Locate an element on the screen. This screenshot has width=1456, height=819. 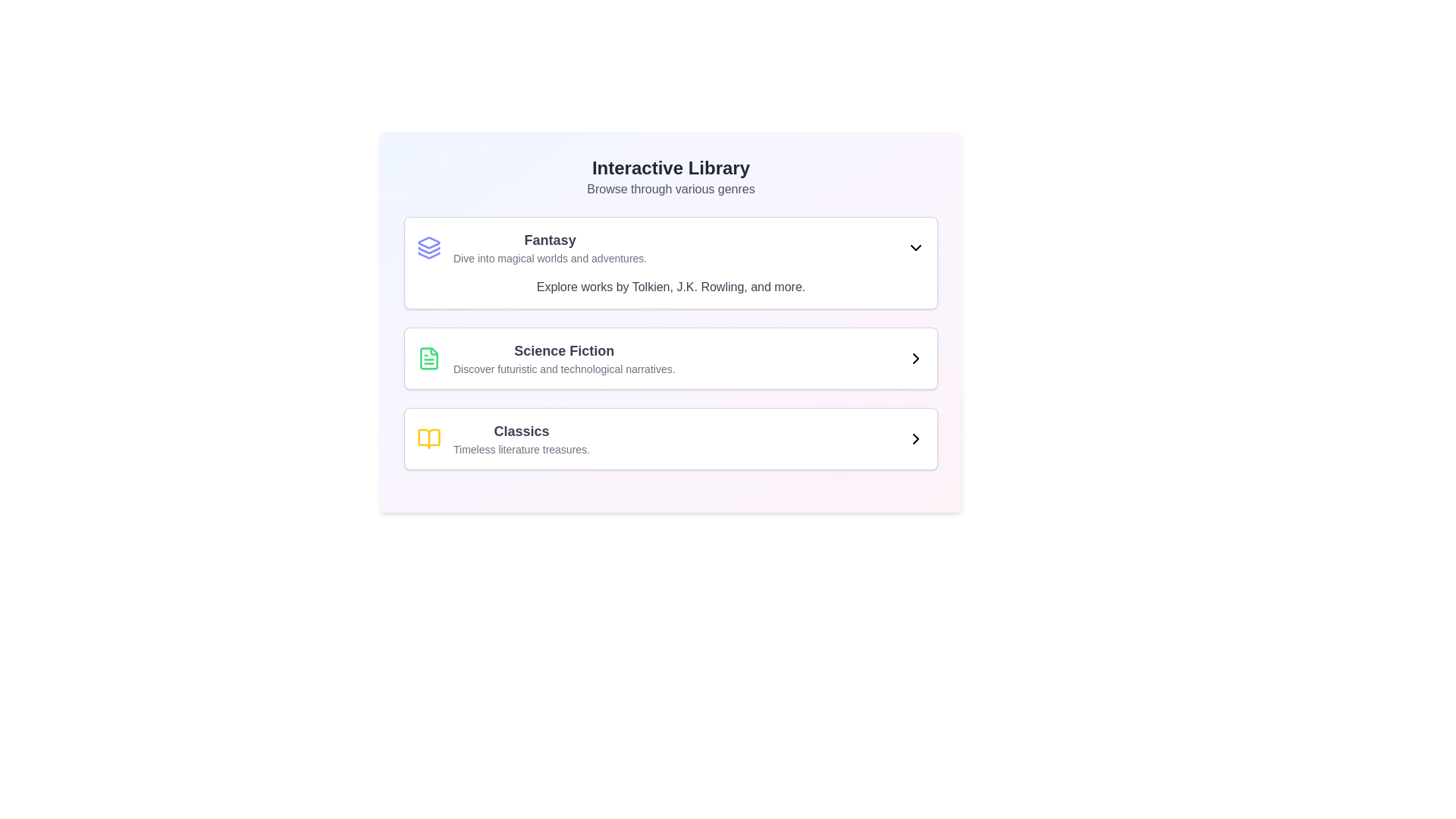
the Dropdown indicator icon (chevron downward) next to the 'Fantasy' category to visualize interactivity or a tooltip is located at coordinates (915, 247).